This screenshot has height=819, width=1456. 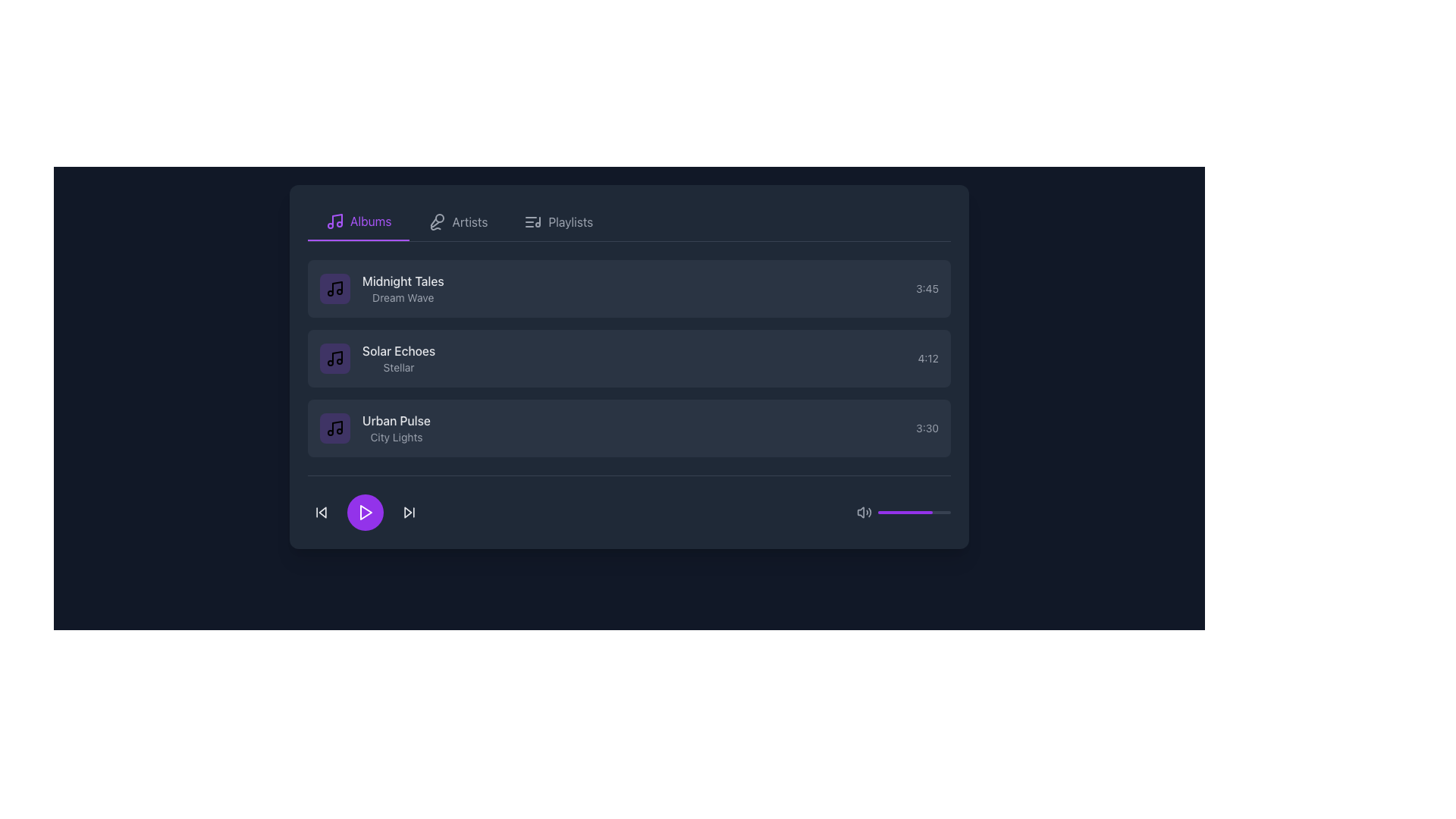 What do you see at coordinates (320, 512) in the screenshot?
I see `the skip back button, which is the first button on the left in the bottom row of player controls` at bounding box center [320, 512].